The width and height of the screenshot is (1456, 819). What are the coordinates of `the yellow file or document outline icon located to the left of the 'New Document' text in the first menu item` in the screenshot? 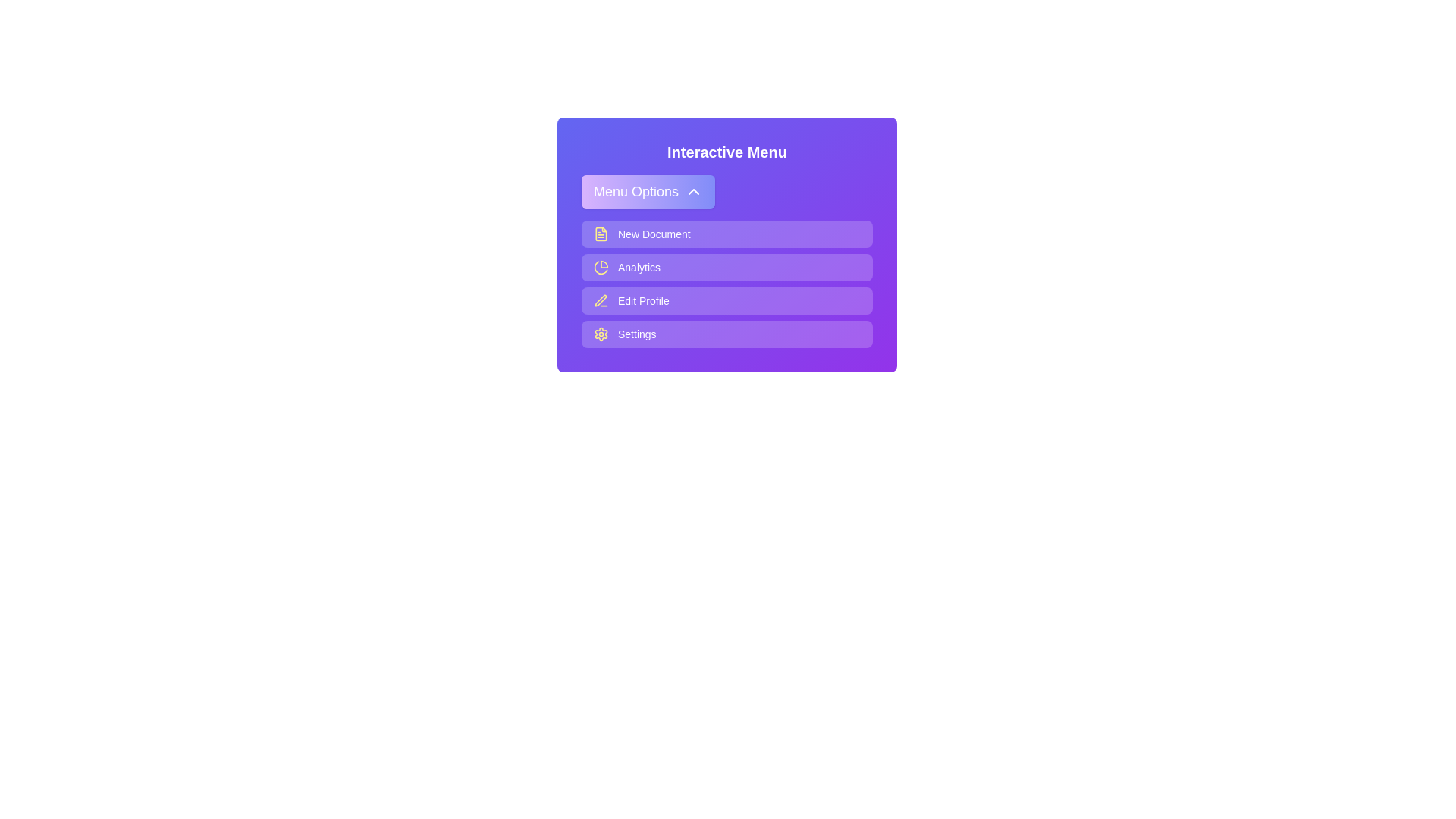 It's located at (600, 234).